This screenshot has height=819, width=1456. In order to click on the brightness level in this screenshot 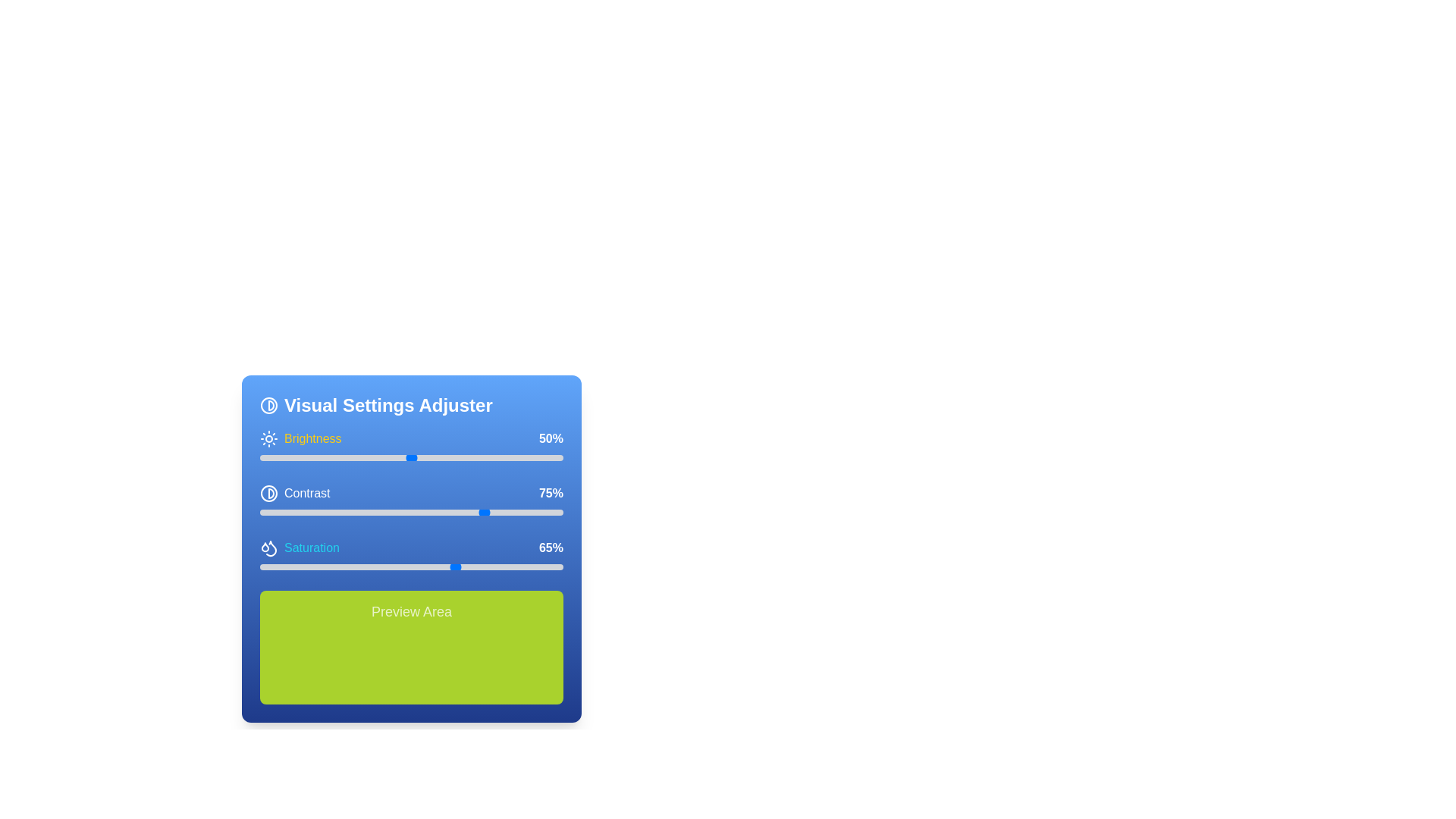, I will do `click(290, 457)`.